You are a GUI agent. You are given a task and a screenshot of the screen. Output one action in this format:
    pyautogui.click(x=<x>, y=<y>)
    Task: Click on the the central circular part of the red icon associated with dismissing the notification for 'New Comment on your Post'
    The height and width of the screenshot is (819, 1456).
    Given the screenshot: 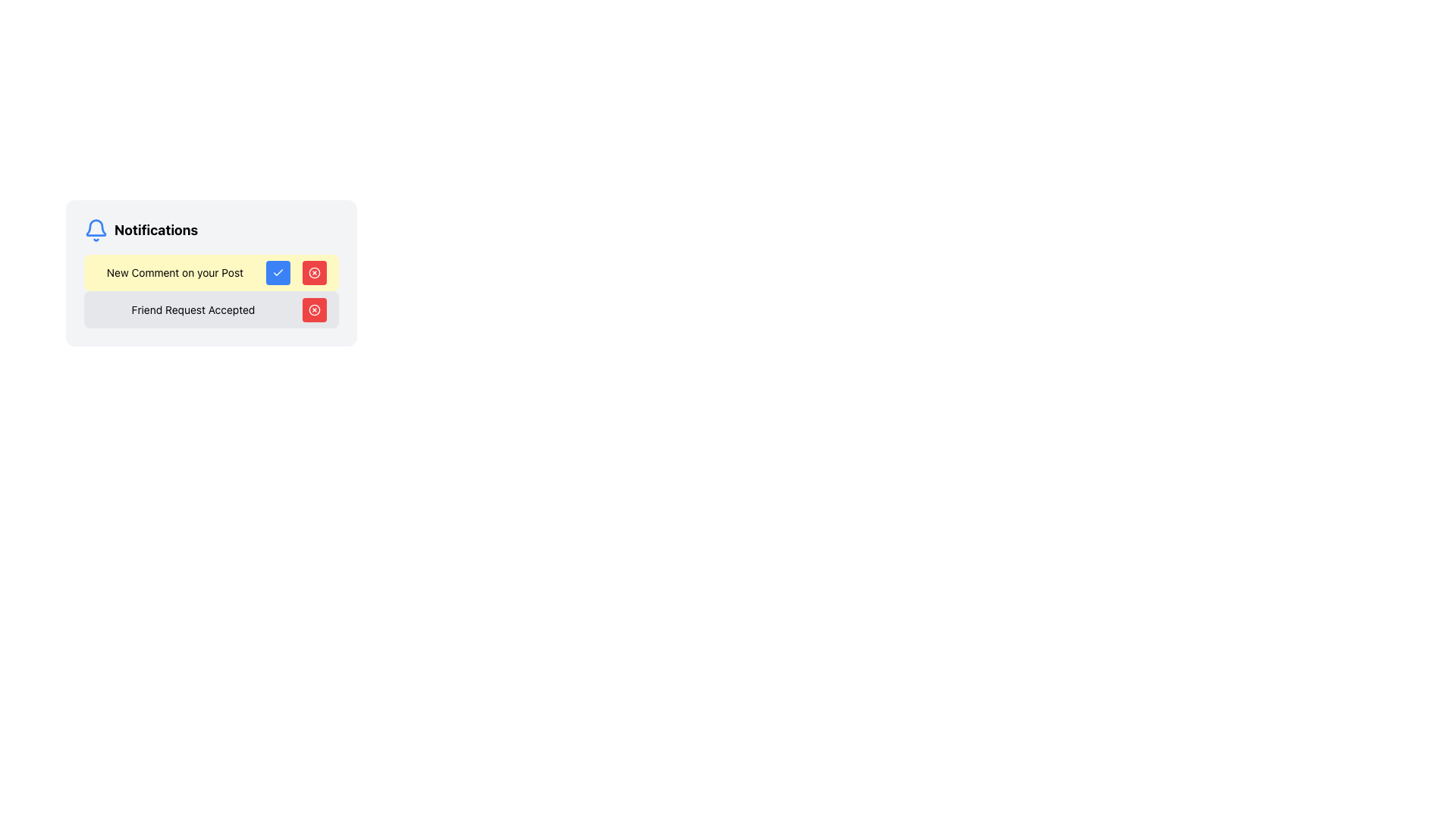 What is the action you would take?
    pyautogui.click(x=313, y=271)
    